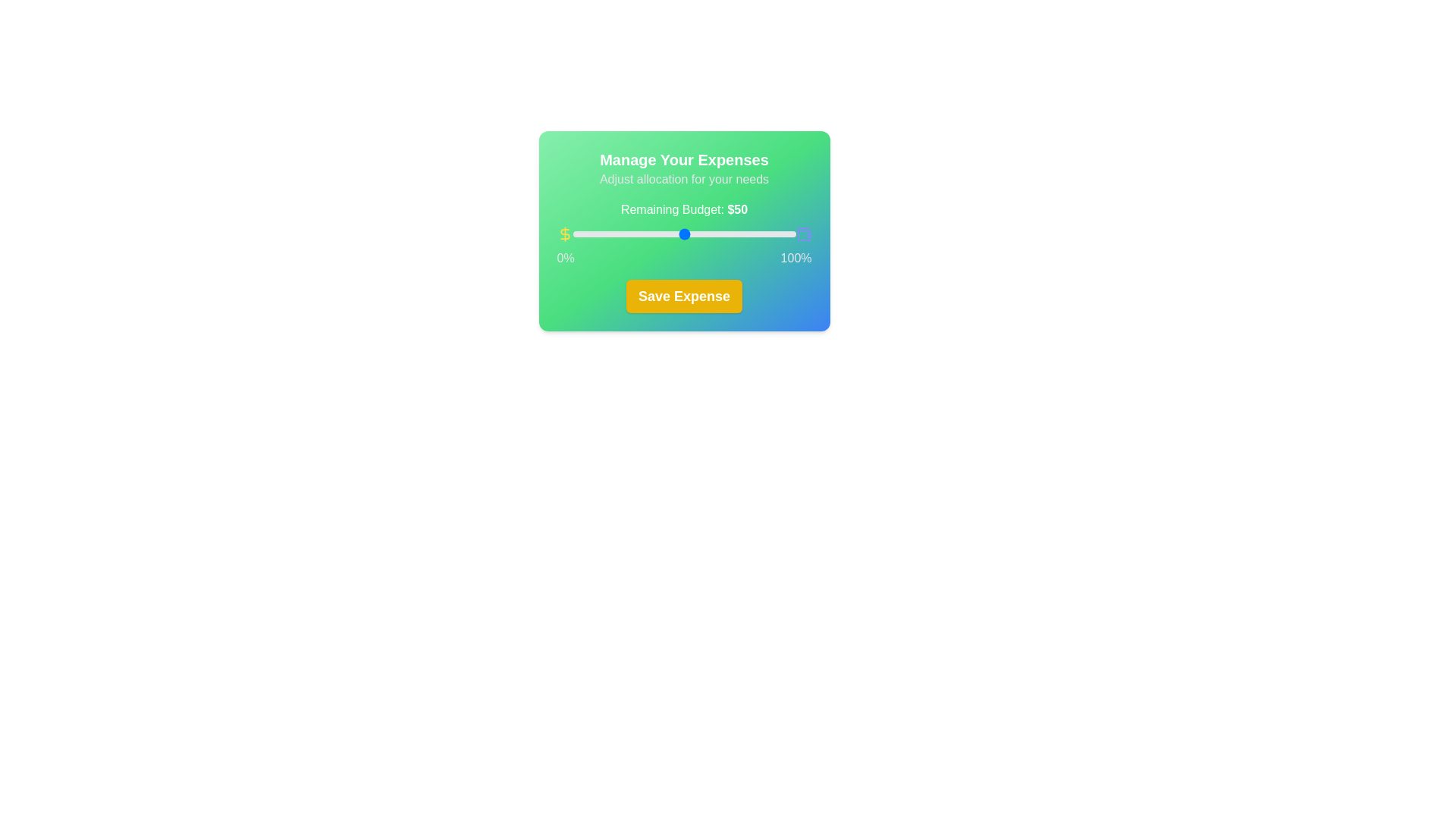  What do you see at coordinates (697, 234) in the screenshot?
I see `the slider to set the budget allocation to 56%` at bounding box center [697, 234].